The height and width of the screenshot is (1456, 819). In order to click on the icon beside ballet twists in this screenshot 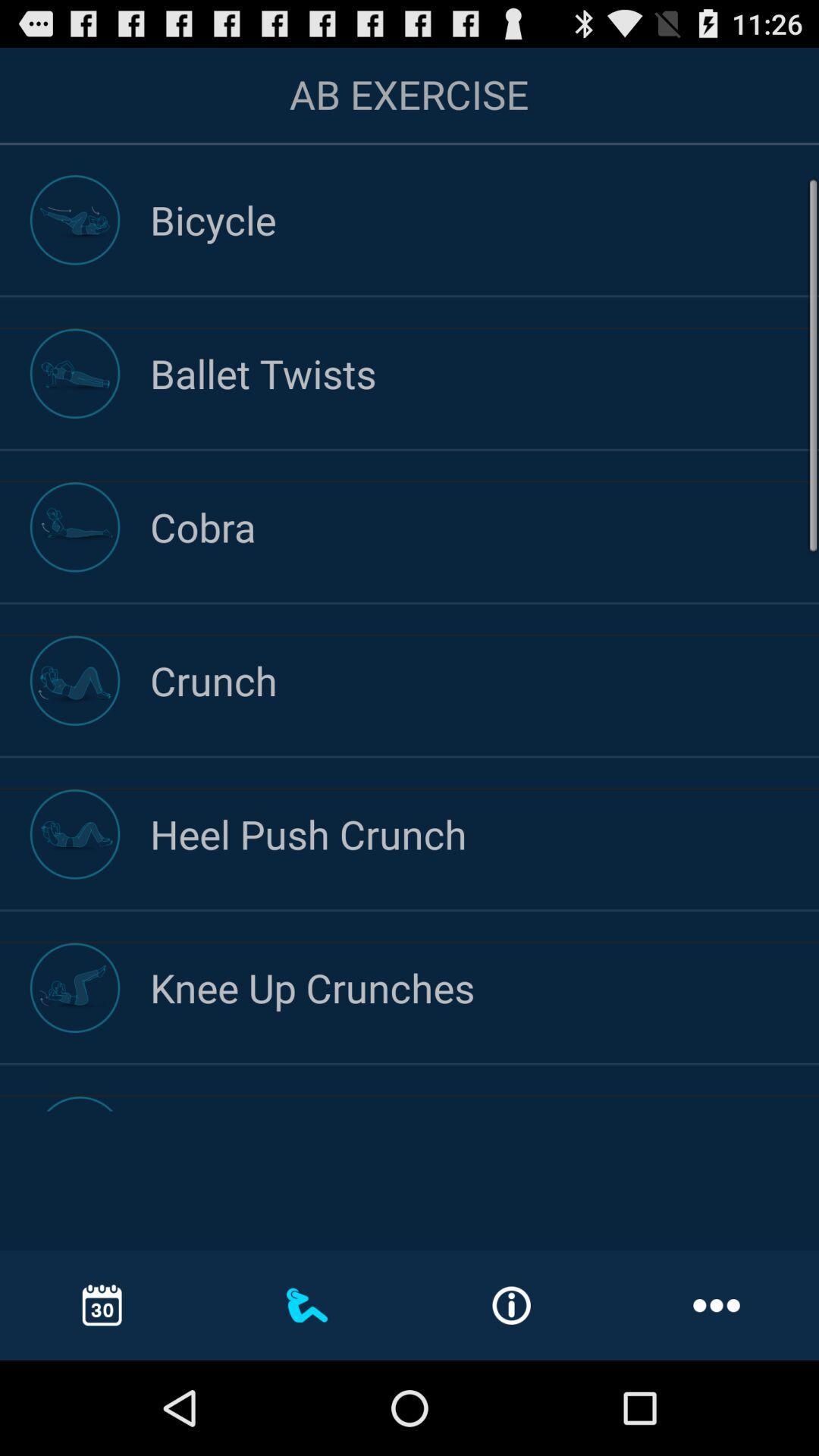, I will do `click(75, 374)`.